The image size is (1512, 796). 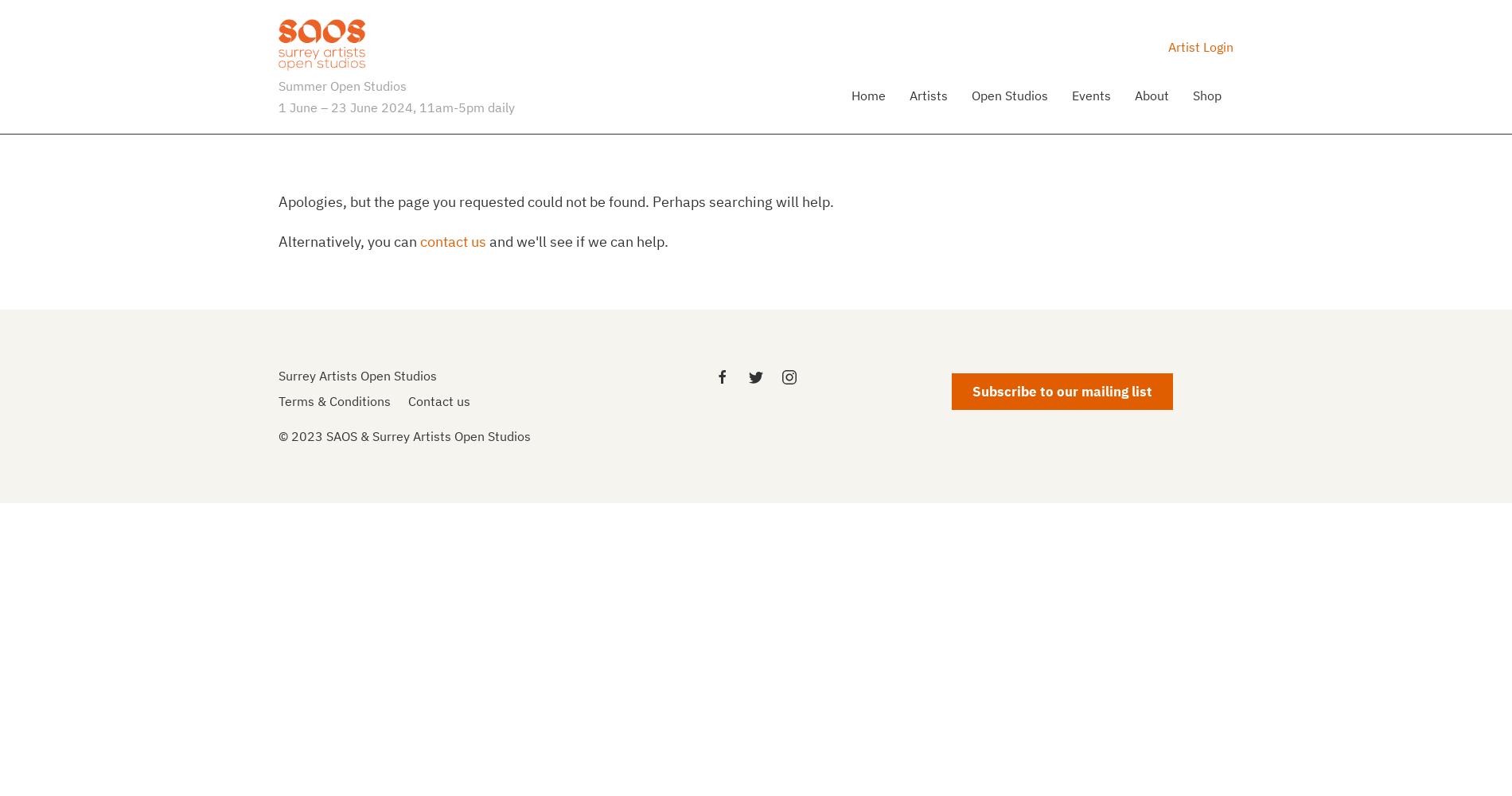 What do you see at coordinates (1192, 93) in the screenshot?
I see `'Shop'` at bounding box center [1192, 93].